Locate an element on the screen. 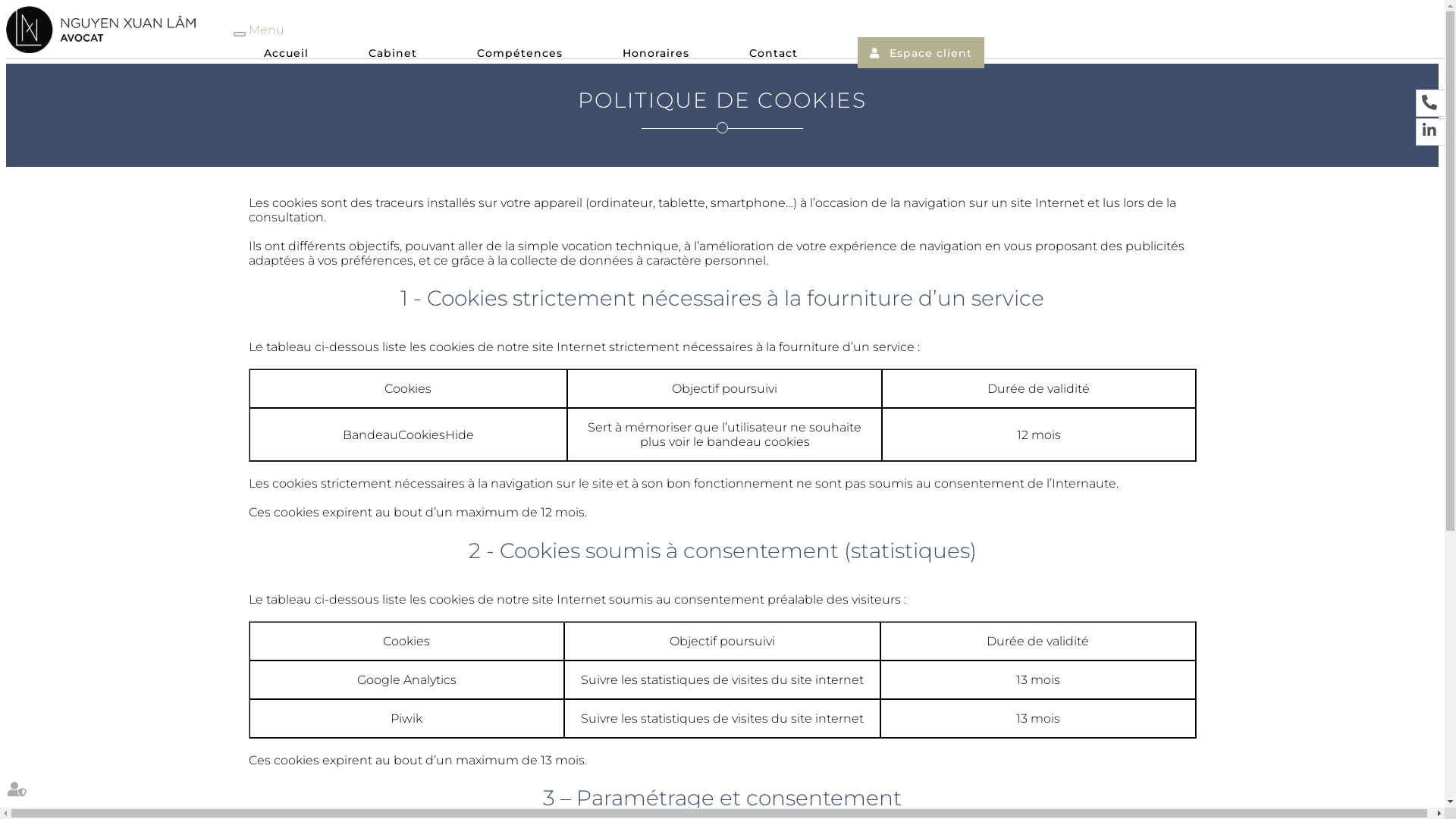  'Espace client' is located at coordinates (870, 52).